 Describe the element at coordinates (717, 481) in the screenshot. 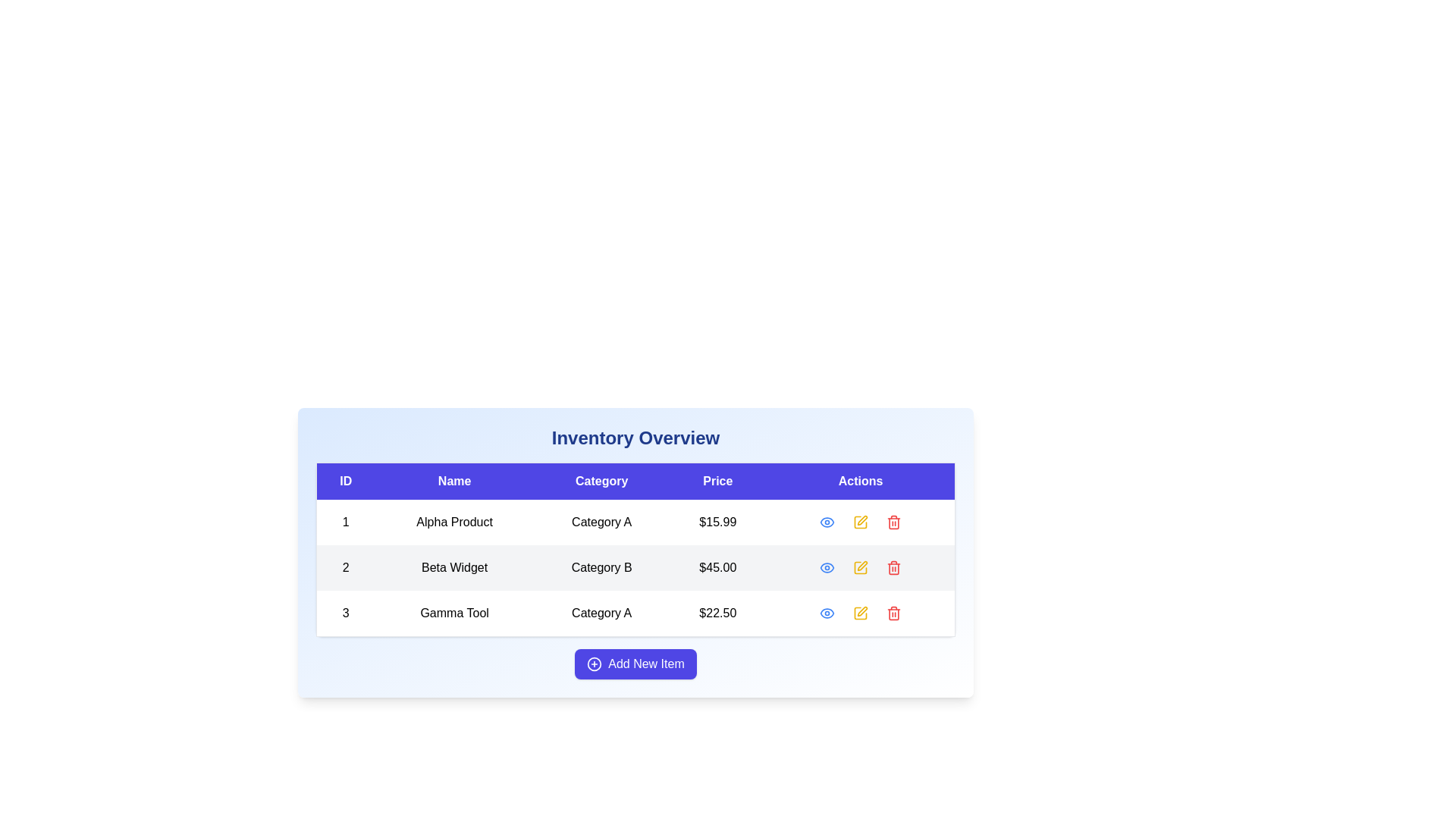

I see `the 'Price' text label, which is a static header in the table aligned with other headers such as 'ID', 'Name', 'Category', and 'Actions'` at that location.